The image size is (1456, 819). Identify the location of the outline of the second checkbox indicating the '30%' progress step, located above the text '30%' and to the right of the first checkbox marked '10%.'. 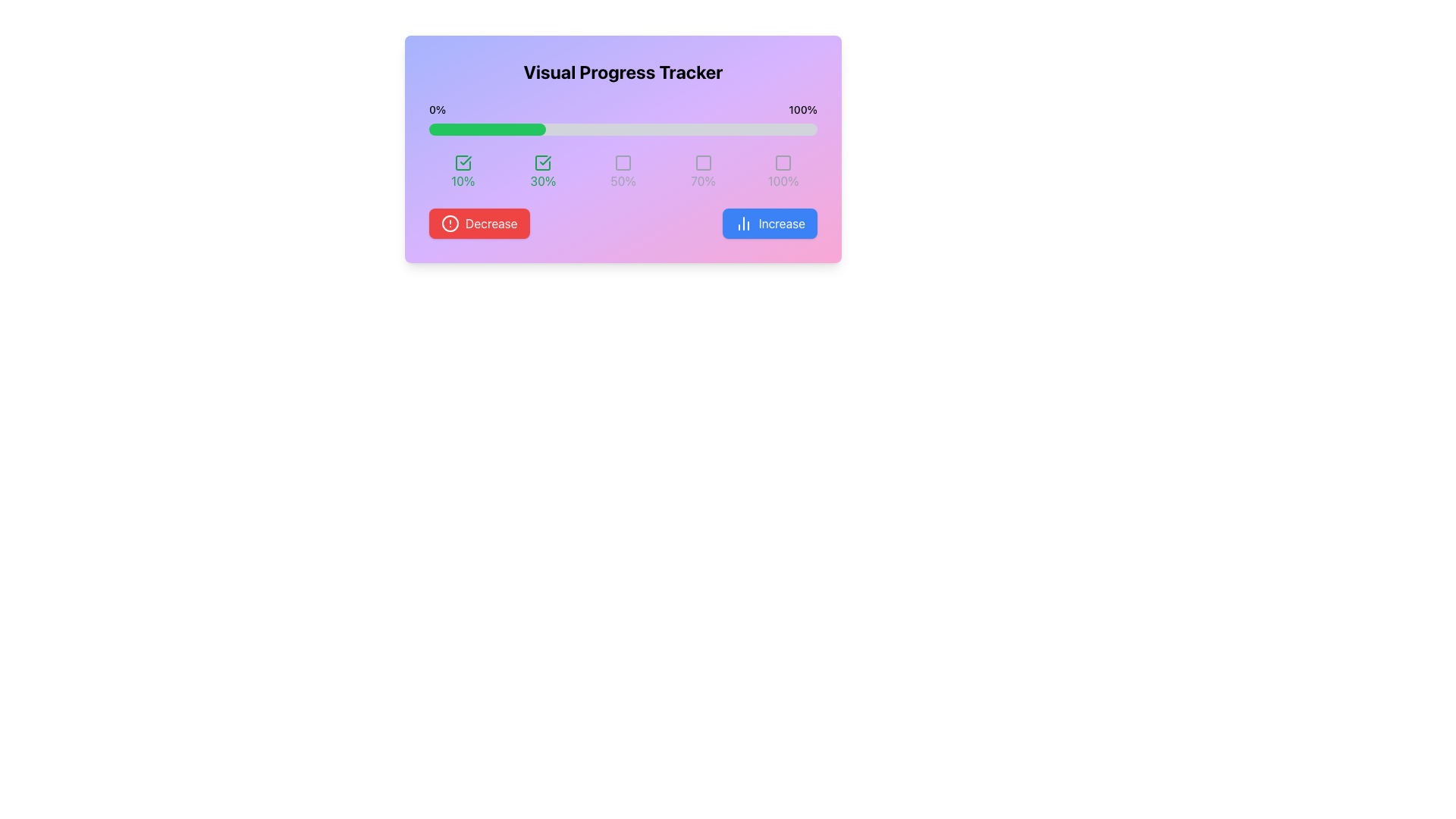
(543, 163).